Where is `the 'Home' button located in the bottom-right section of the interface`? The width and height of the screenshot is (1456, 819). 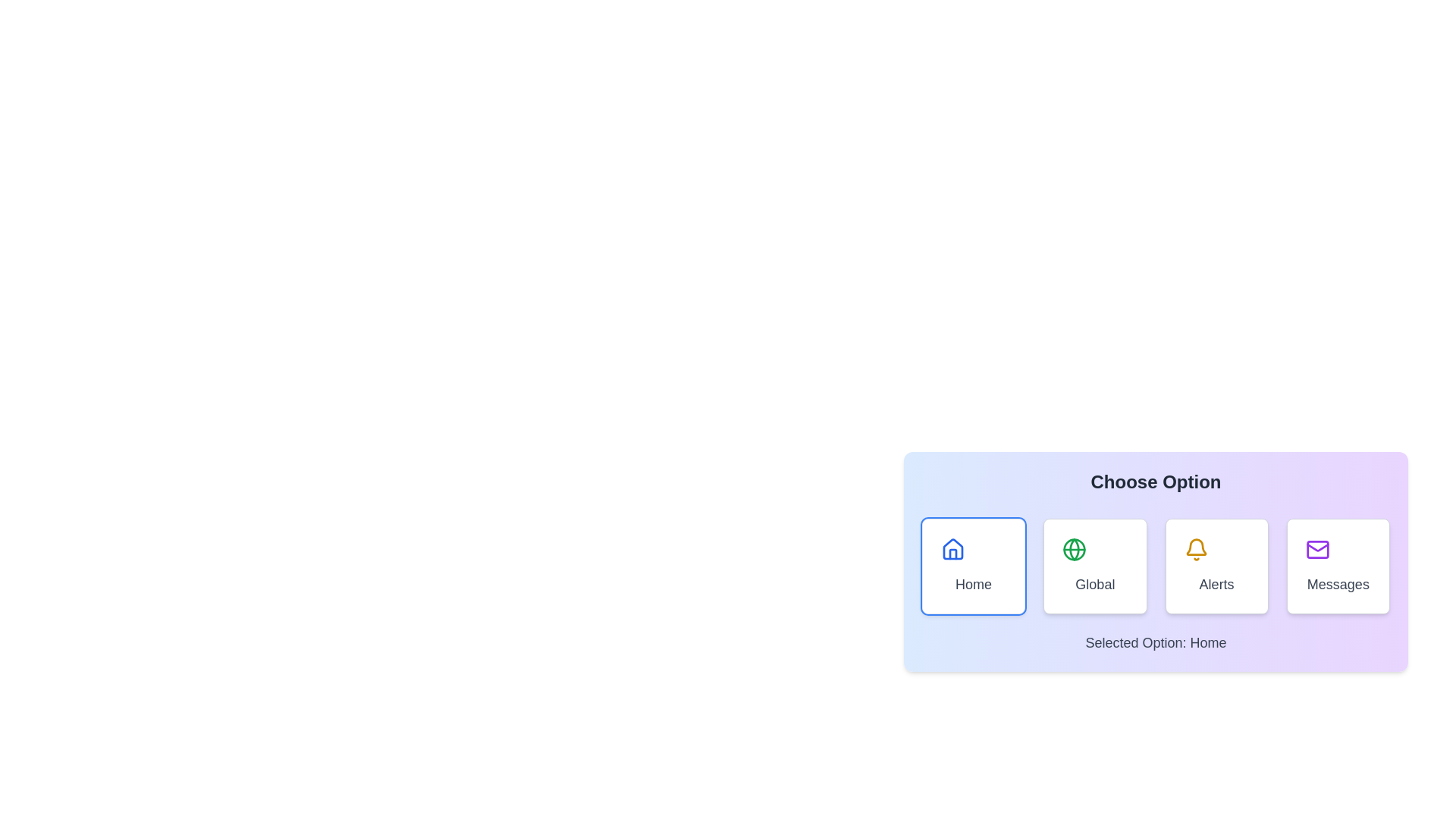
the 'Home' button located in the bottom-right section of the interface is located at coordinates (973, 566).